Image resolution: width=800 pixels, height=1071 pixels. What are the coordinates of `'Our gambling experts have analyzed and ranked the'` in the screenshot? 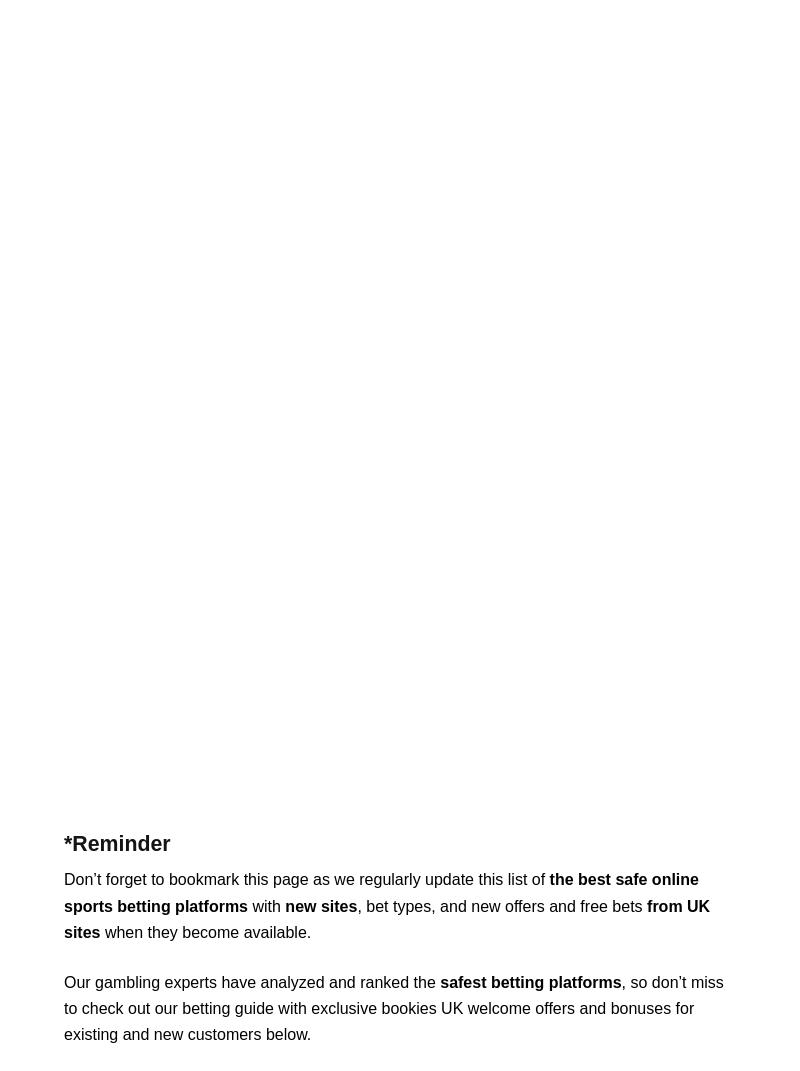 It's located at (63, 980).